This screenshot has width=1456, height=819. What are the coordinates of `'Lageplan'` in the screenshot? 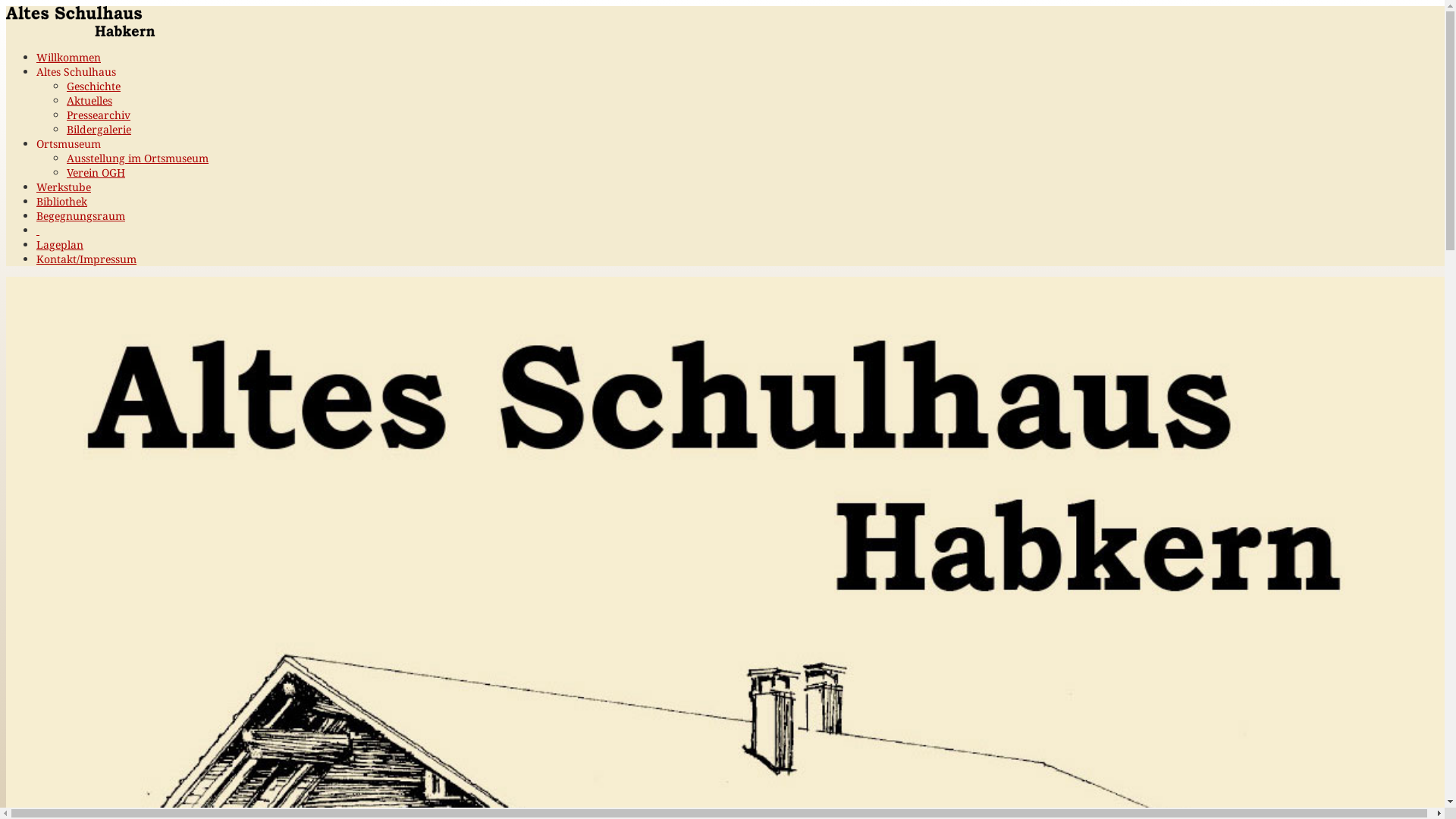 It's located at (59, 243).